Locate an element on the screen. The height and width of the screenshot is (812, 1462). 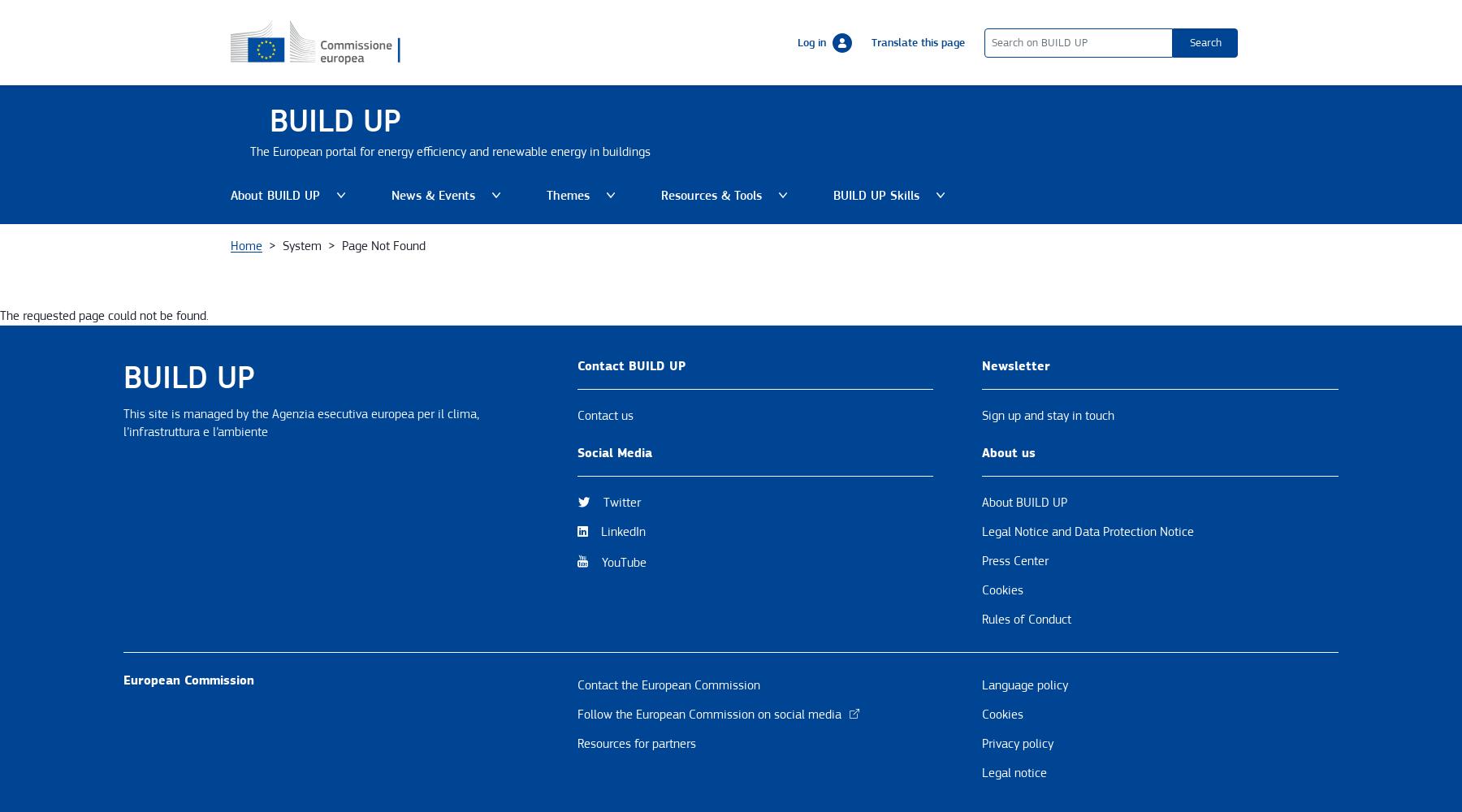
'European Commission' is located at coordinates (188, 679).